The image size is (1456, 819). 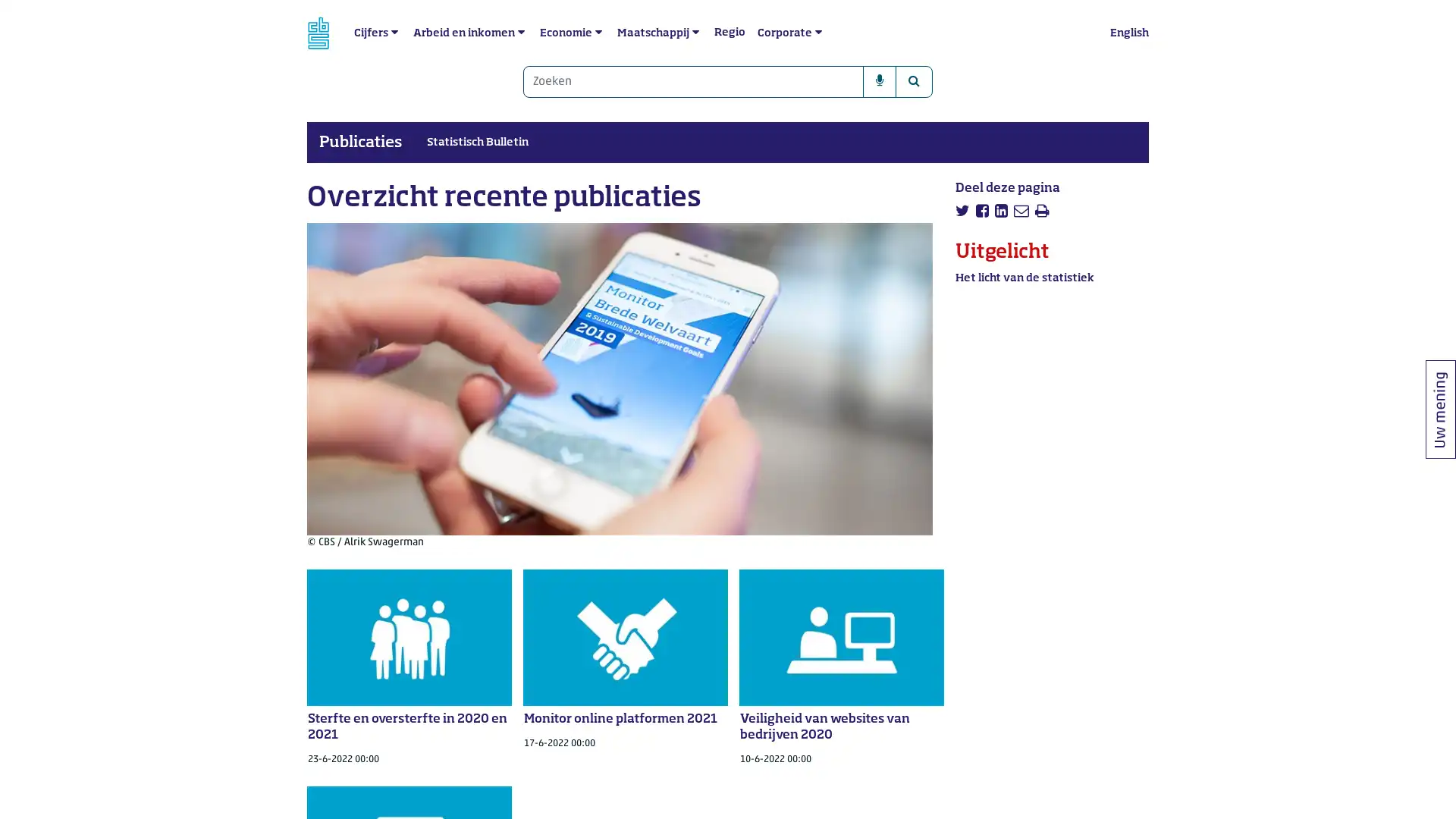 What do you see at coordinates (695, 32) in the screenshot?
I see `submenu Maatschappij` at bounding box center [695, 32].